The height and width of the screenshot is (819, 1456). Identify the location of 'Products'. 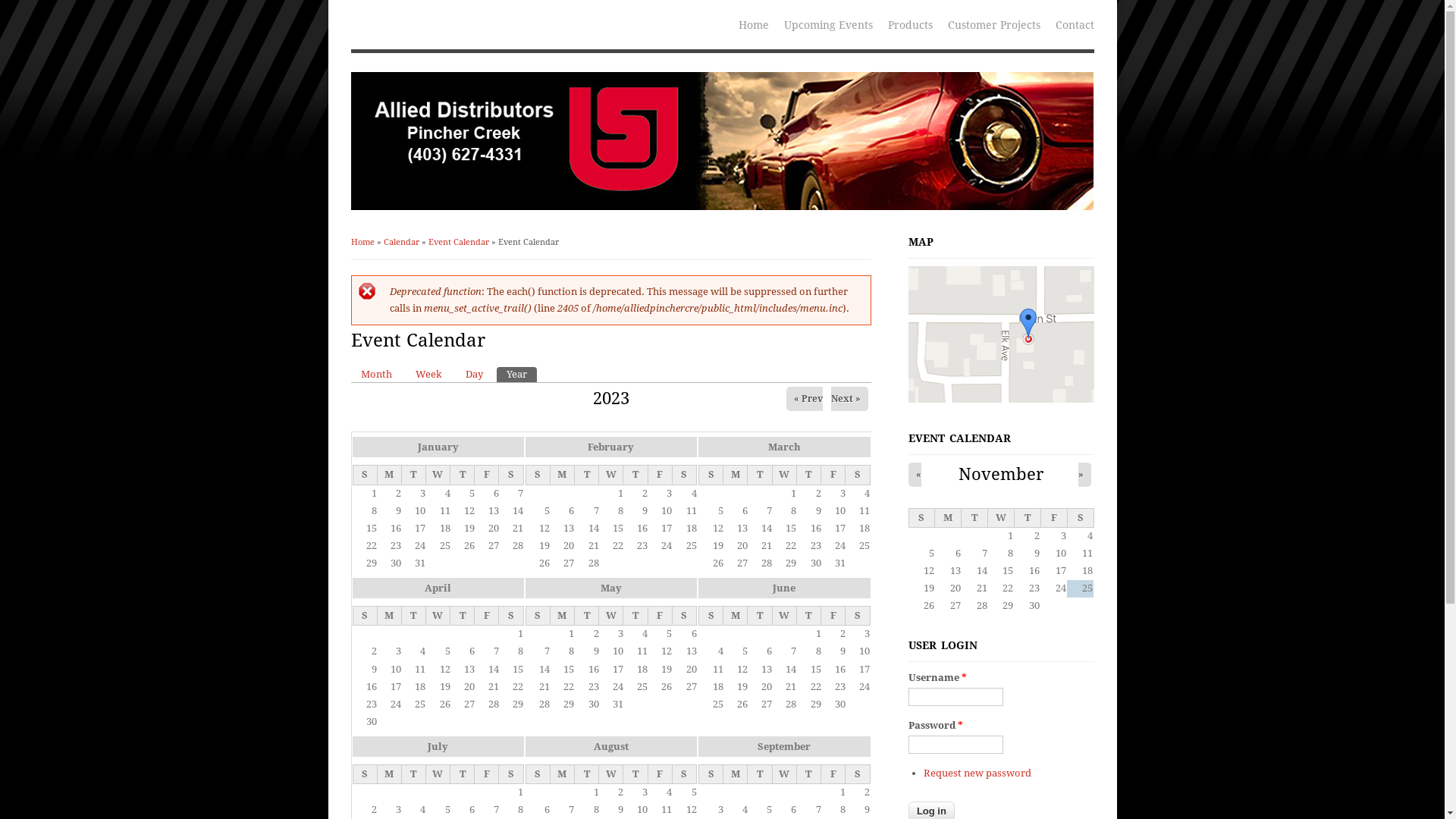
(909, 24).